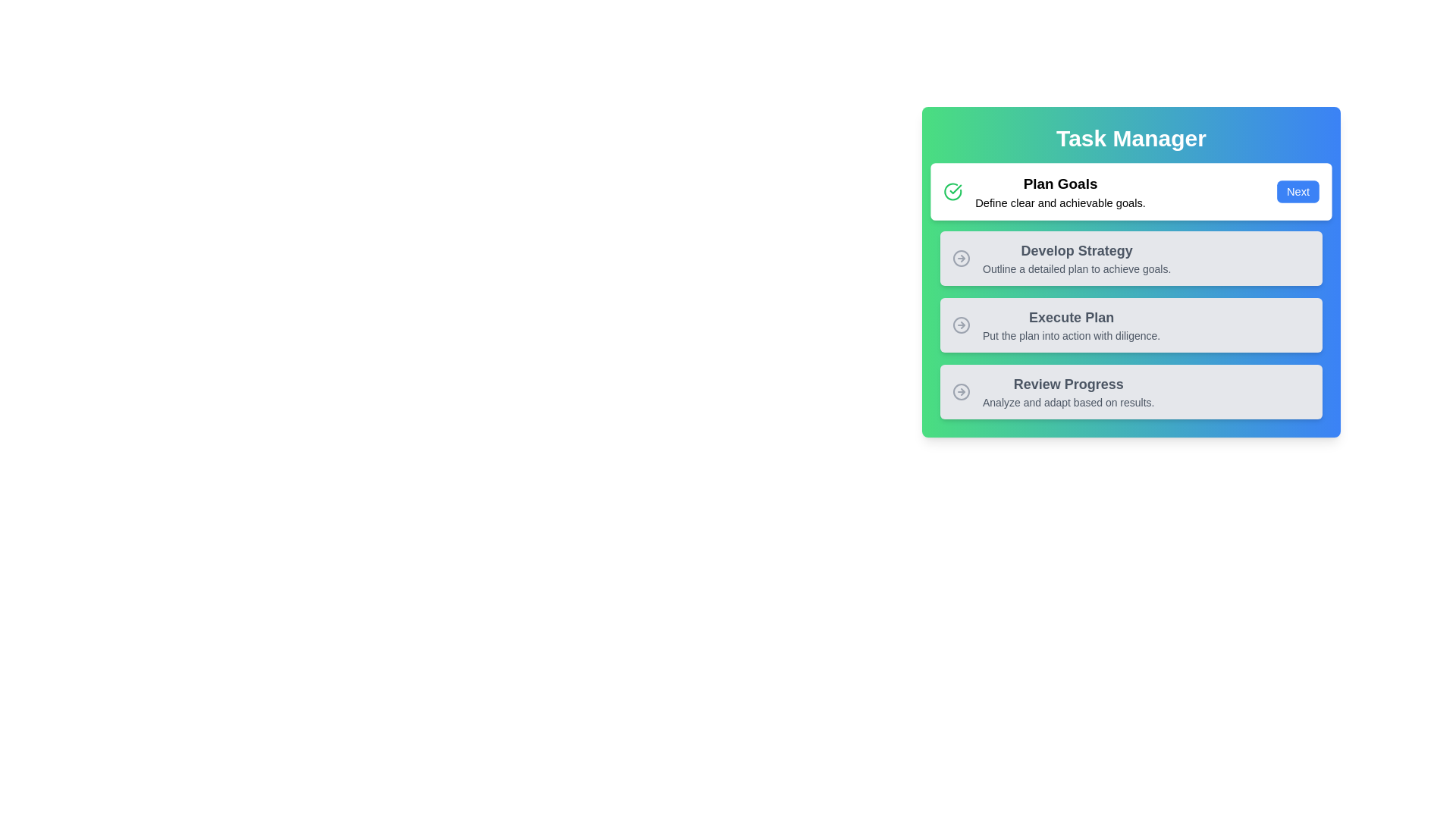 The image size is (1456, 819). What do you see at coordinates (1131, 257) in the screenshot?
I see `the task management list item titled 'Develop Strategy', which is the second item in the list below 'Plan Goals' and above 'Execute Plan'` at bounding box center [1131, 257].